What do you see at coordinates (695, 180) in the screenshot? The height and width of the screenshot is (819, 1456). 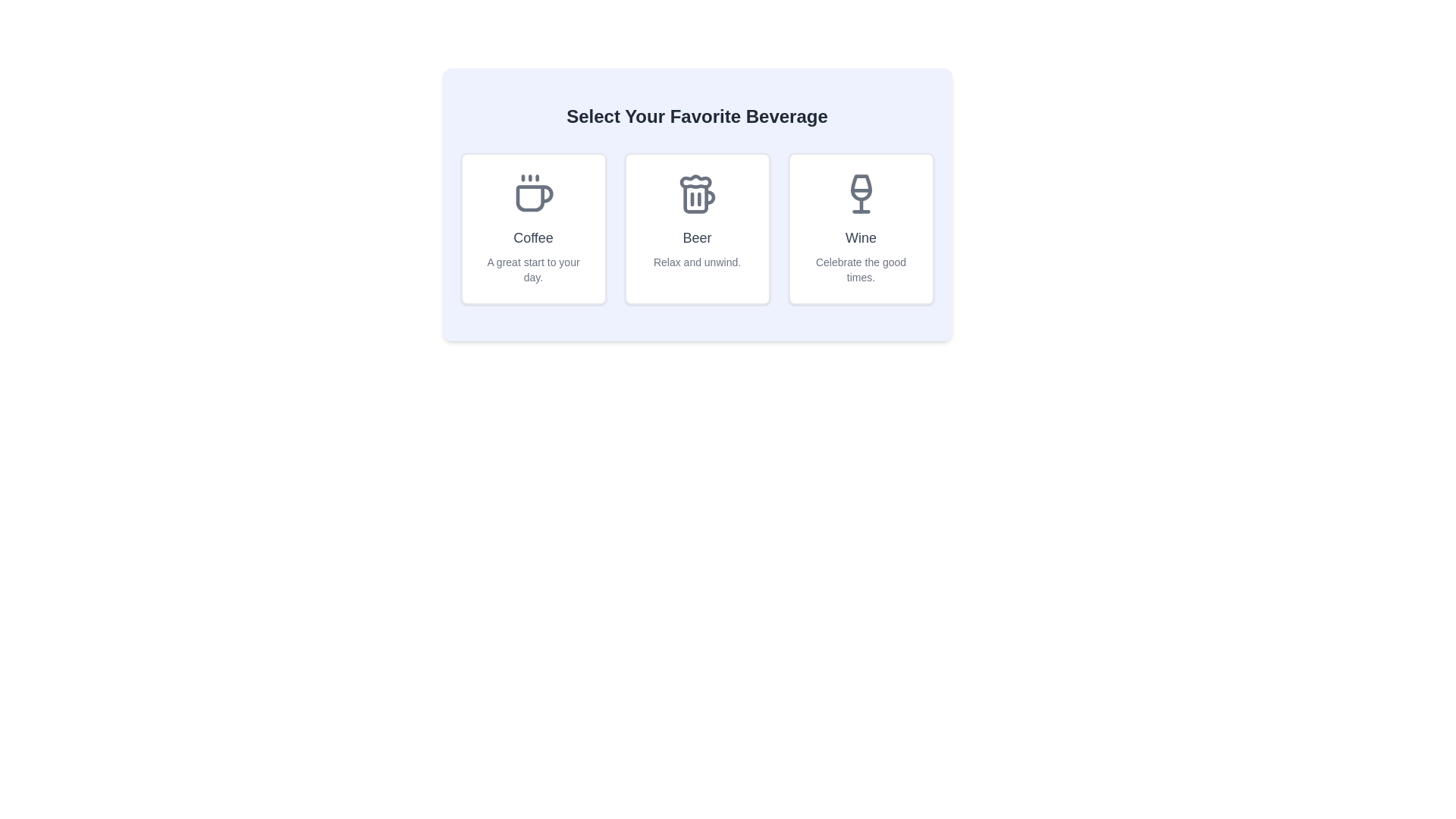 I see `the decorative graphical element of the beer mug icon located in the center card of the horizontally aligned set of cards labeled 'Coffee', 'Beer', and 'Wine'` at bounding box center [695, 180].